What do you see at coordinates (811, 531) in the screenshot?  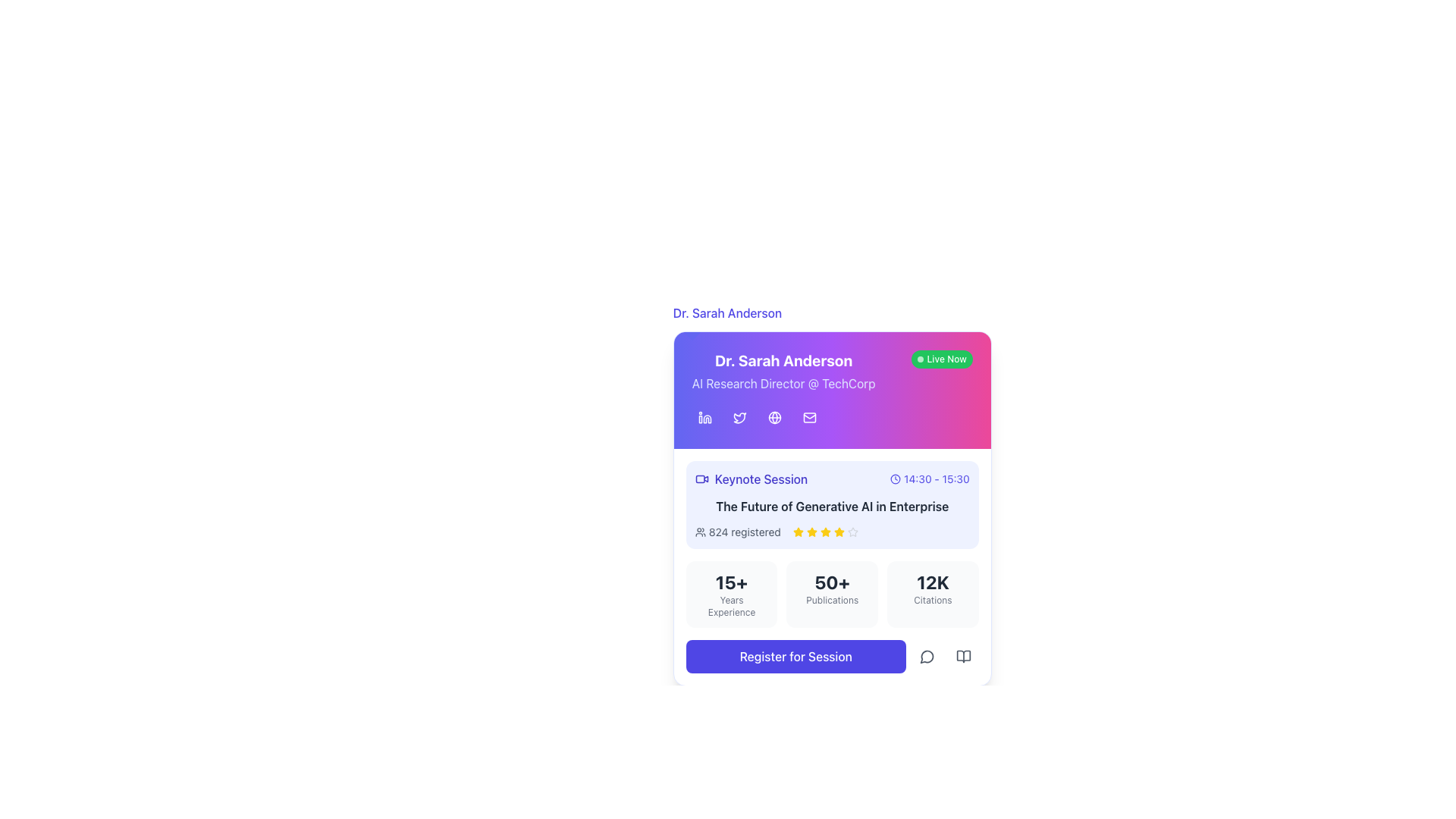 I see `the third star icon in the rating scale of the session card titled 'The Future of Generative AI in Enterprise', located near the bottom of the card` at bounding box center [811, 531].